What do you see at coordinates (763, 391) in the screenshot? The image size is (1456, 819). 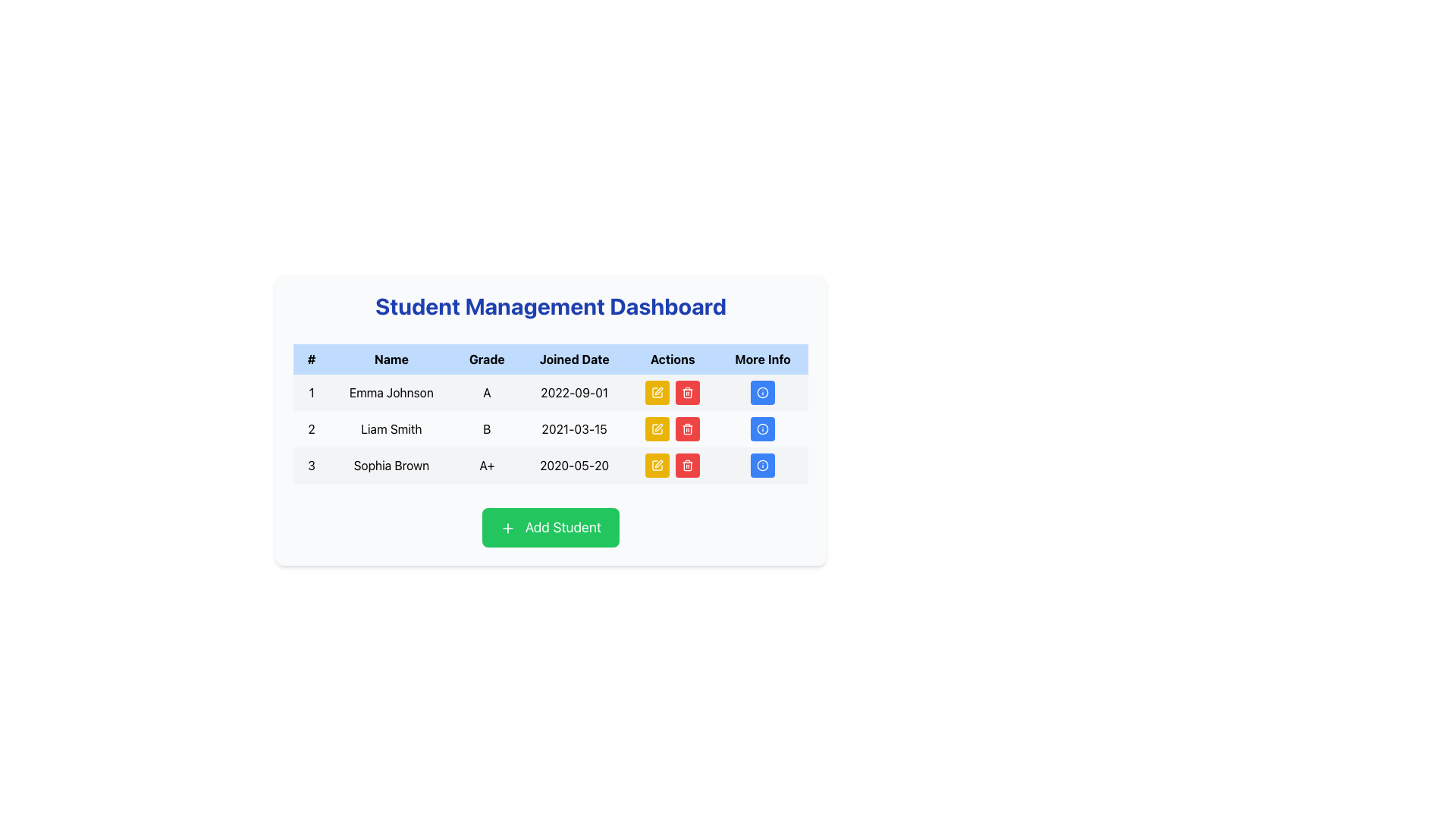 I see `the blue button with rounded corners and a white 'i' icon in the 'More Info' column for the row labeled 'Emma Johnson'` at bounding box center [763, 391].